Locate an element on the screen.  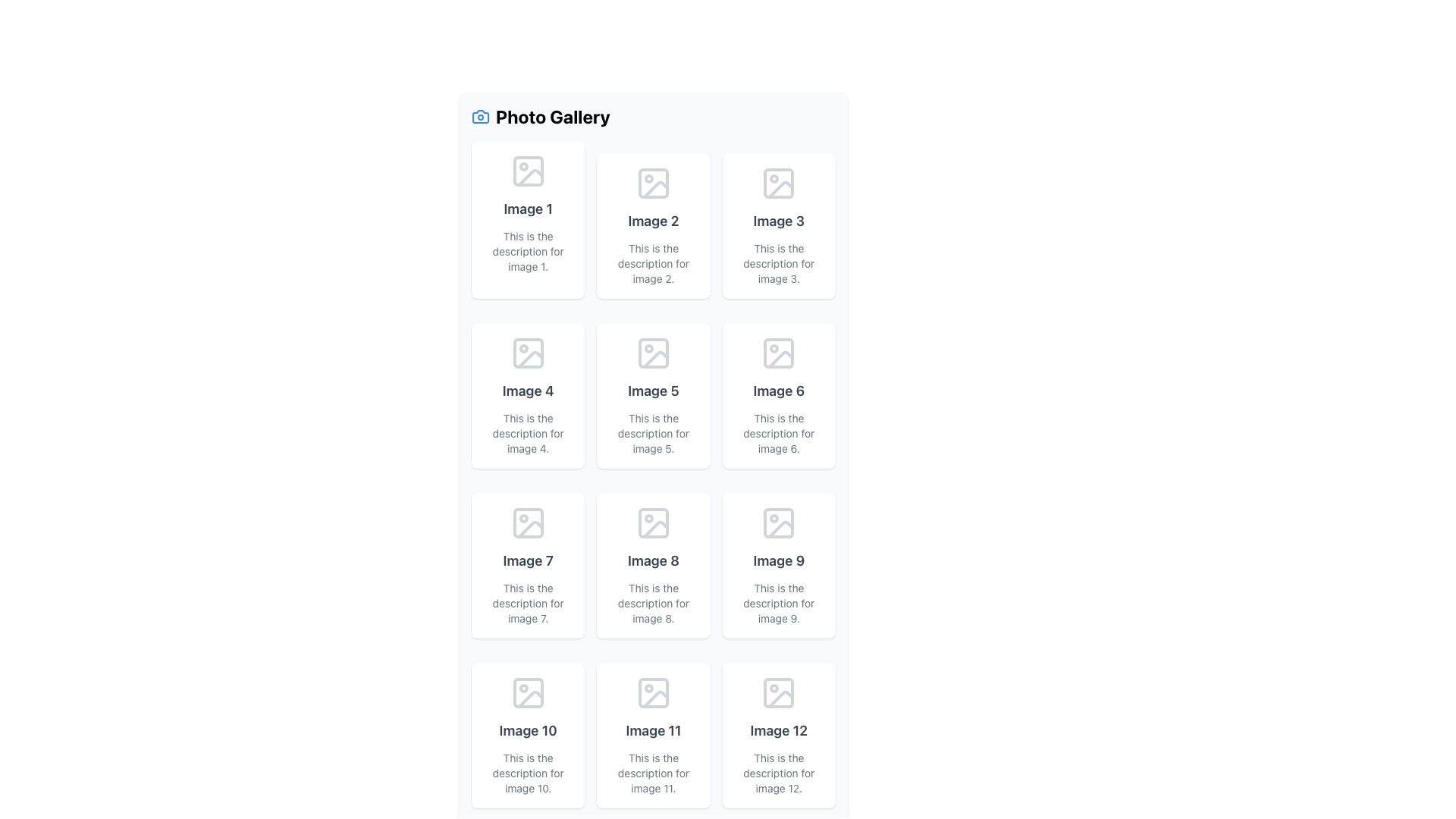
the heading label that serves as the title of the eleventh image in the gallery, located in the fourth row, second column of the grid layout is located at coordinates (653, 730).